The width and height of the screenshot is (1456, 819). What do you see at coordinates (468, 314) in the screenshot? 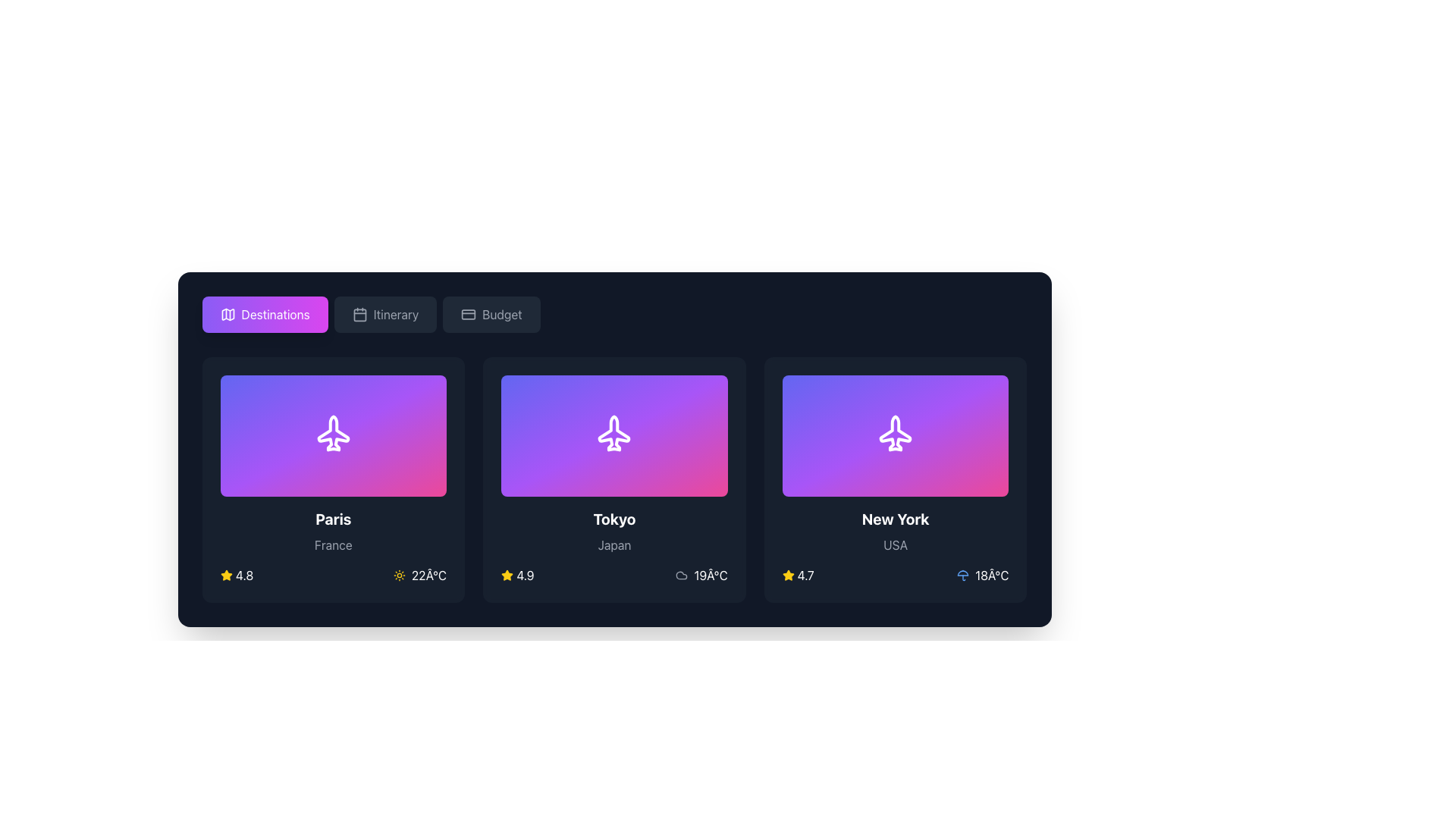
I see `the compact credit card icon embedded within the 'Budget' button, which is located at the left of the button's text` at bounding box center [468, 314].